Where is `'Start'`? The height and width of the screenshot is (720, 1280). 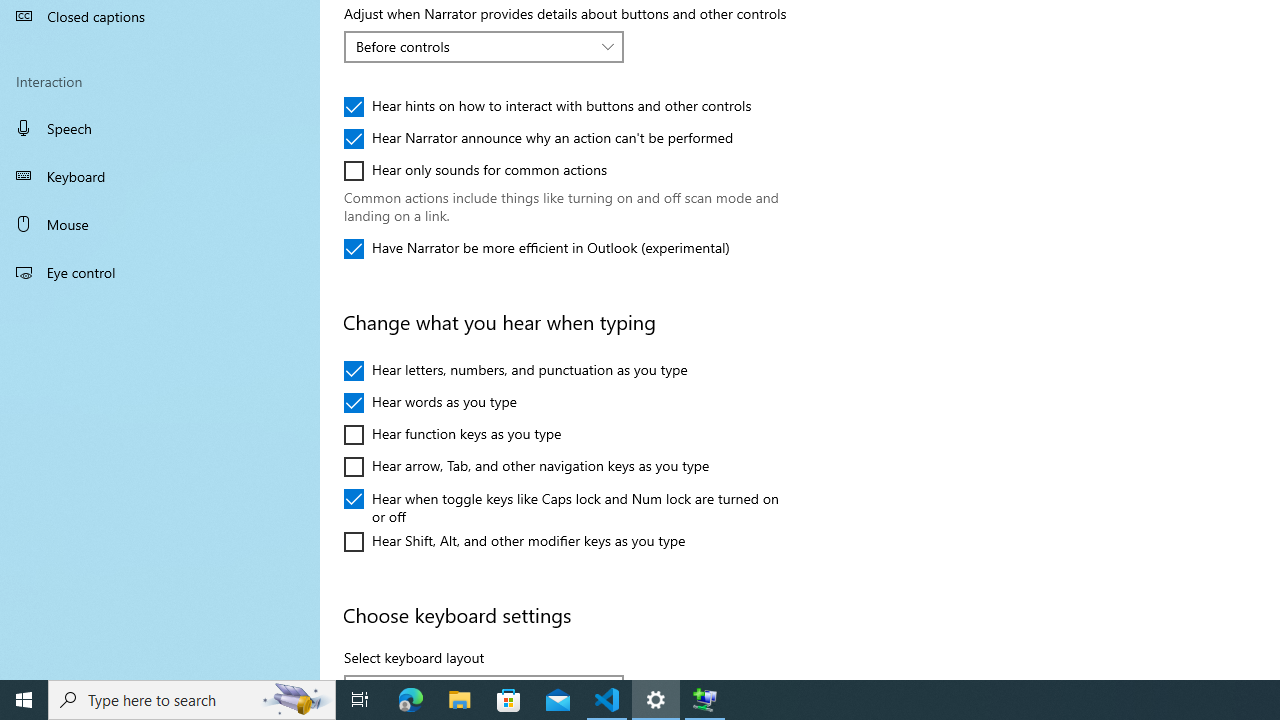 'Start' is located at coordinates (24, 698).